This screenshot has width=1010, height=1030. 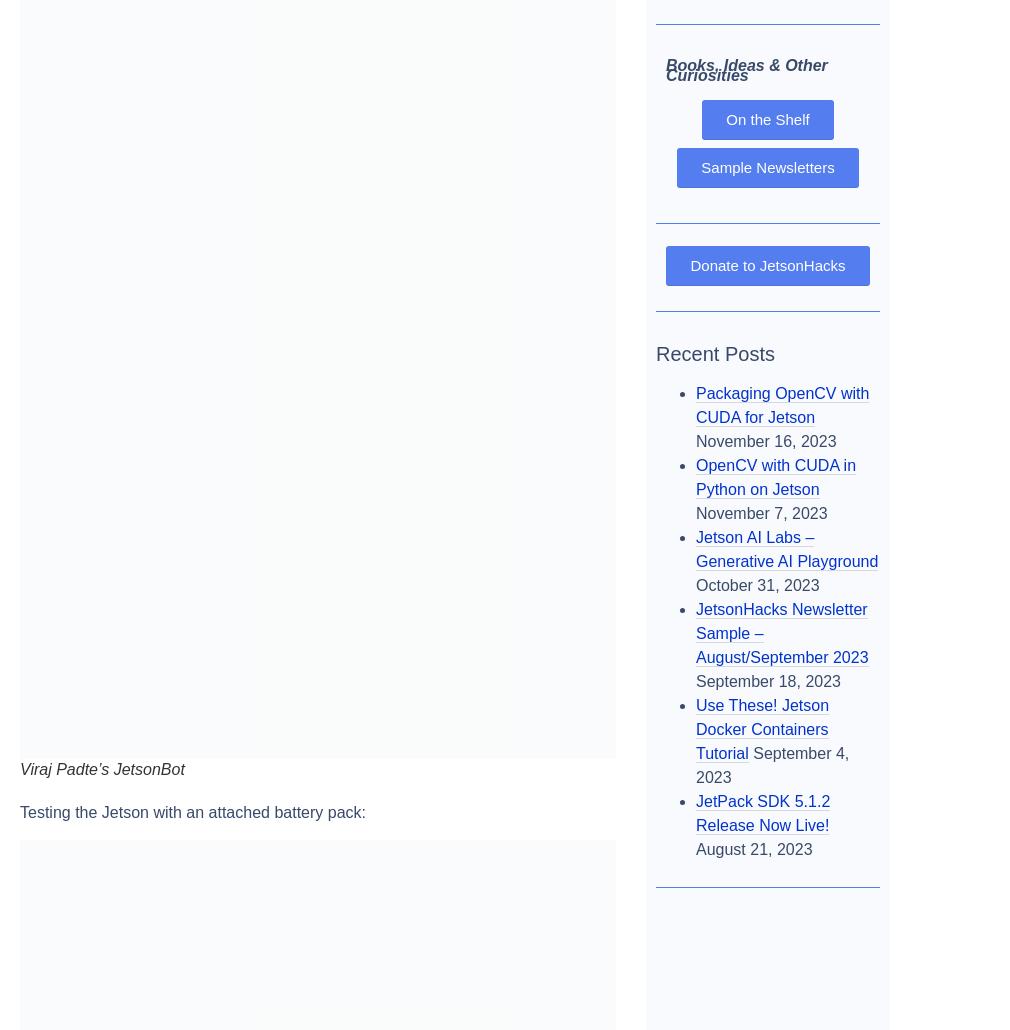 What do you see at coordinates (762, 811) in the screenshot?
I see `'JetPack SDK 5.1.2 Release Now Live!'` at bounding box center [762, 811].